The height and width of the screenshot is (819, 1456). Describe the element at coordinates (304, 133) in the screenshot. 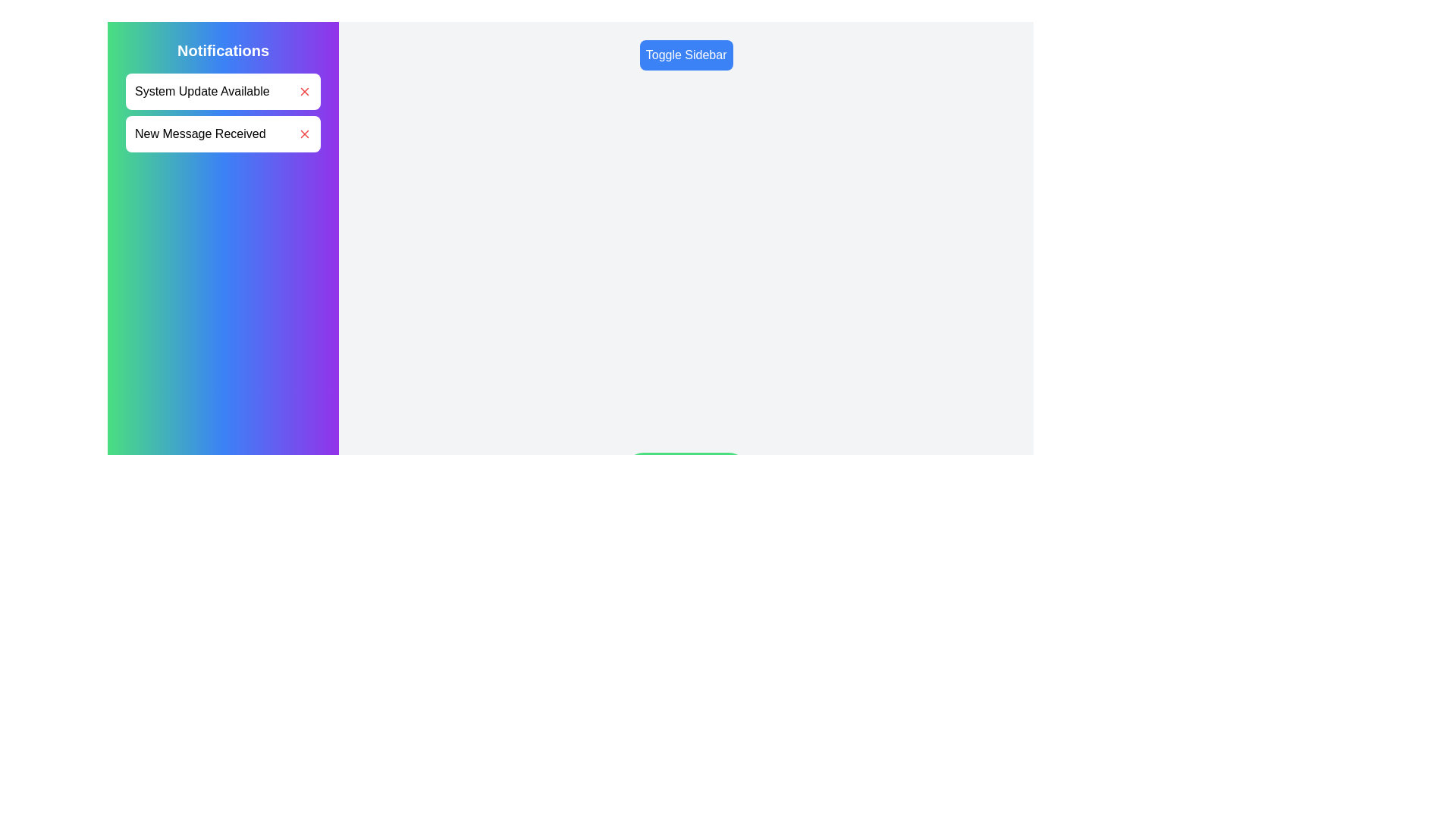

I see `the diagonal cross (X) icon located on the right side of the text within the notification item` at that location.